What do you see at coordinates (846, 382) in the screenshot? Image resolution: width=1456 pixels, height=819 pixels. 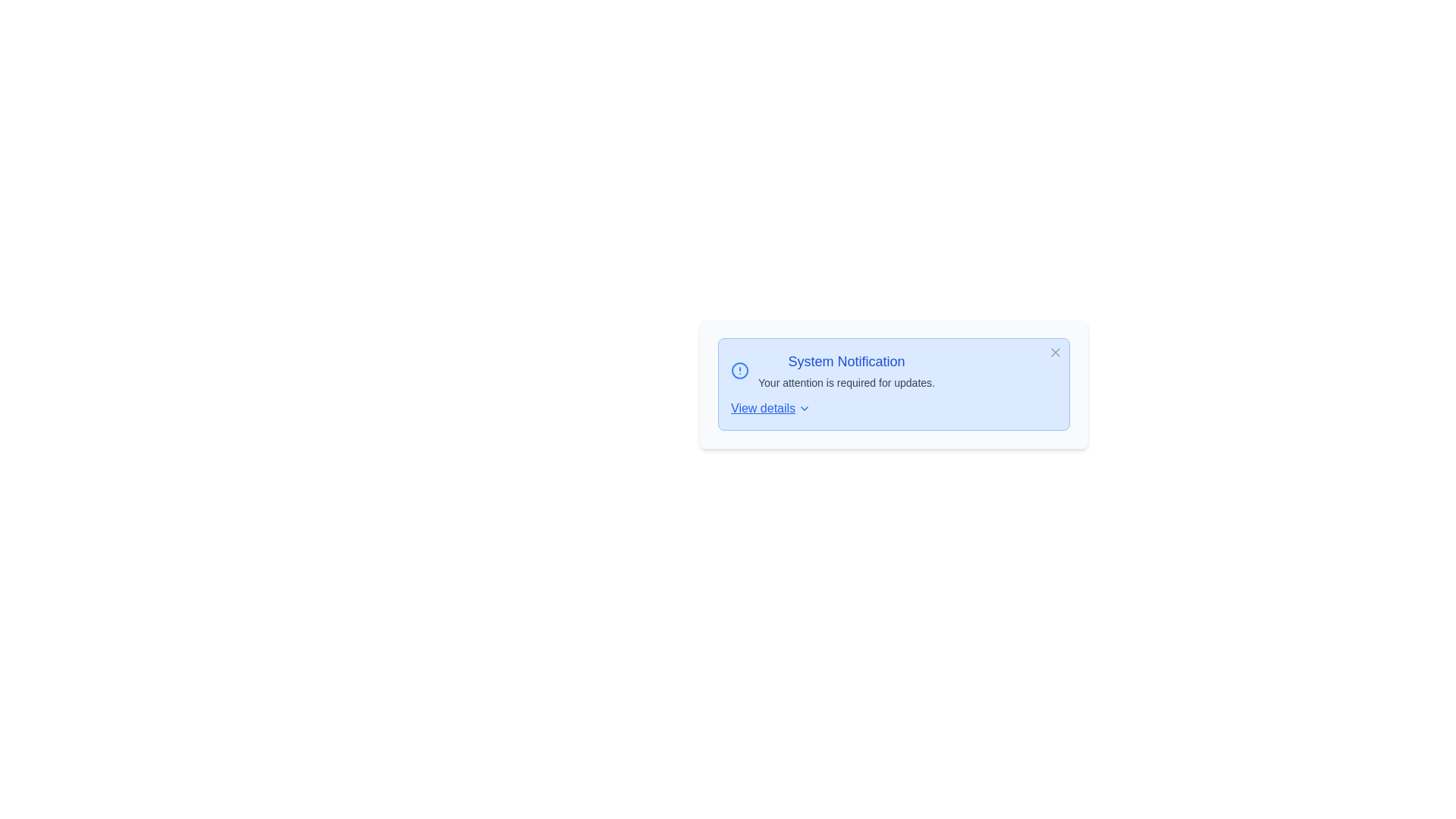 I see `the informational message text component that is positioned below the 'System Notification' title within the notification card` at bounding box center [846, 382].